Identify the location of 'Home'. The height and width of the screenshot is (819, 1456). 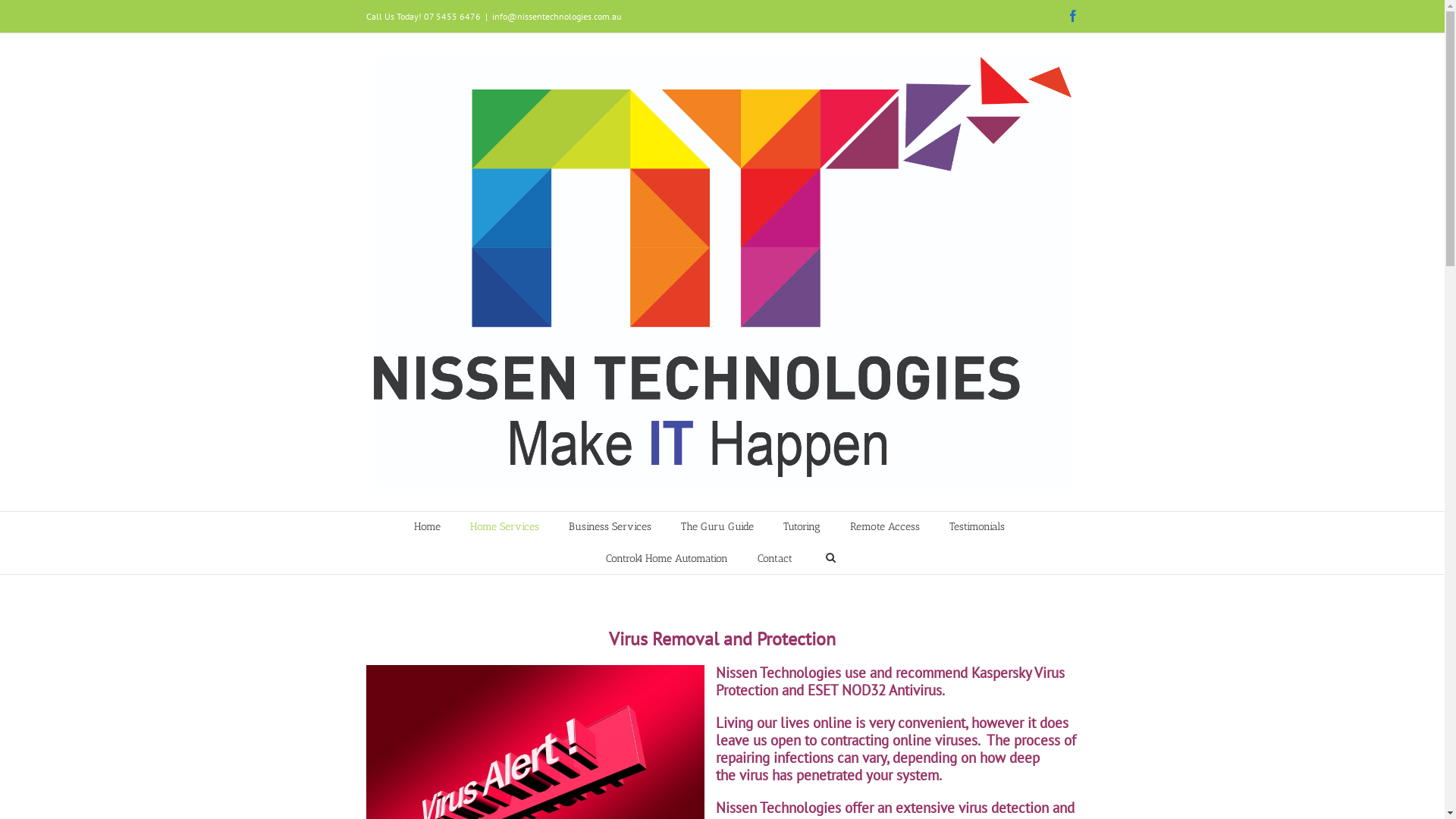
(426, 526).